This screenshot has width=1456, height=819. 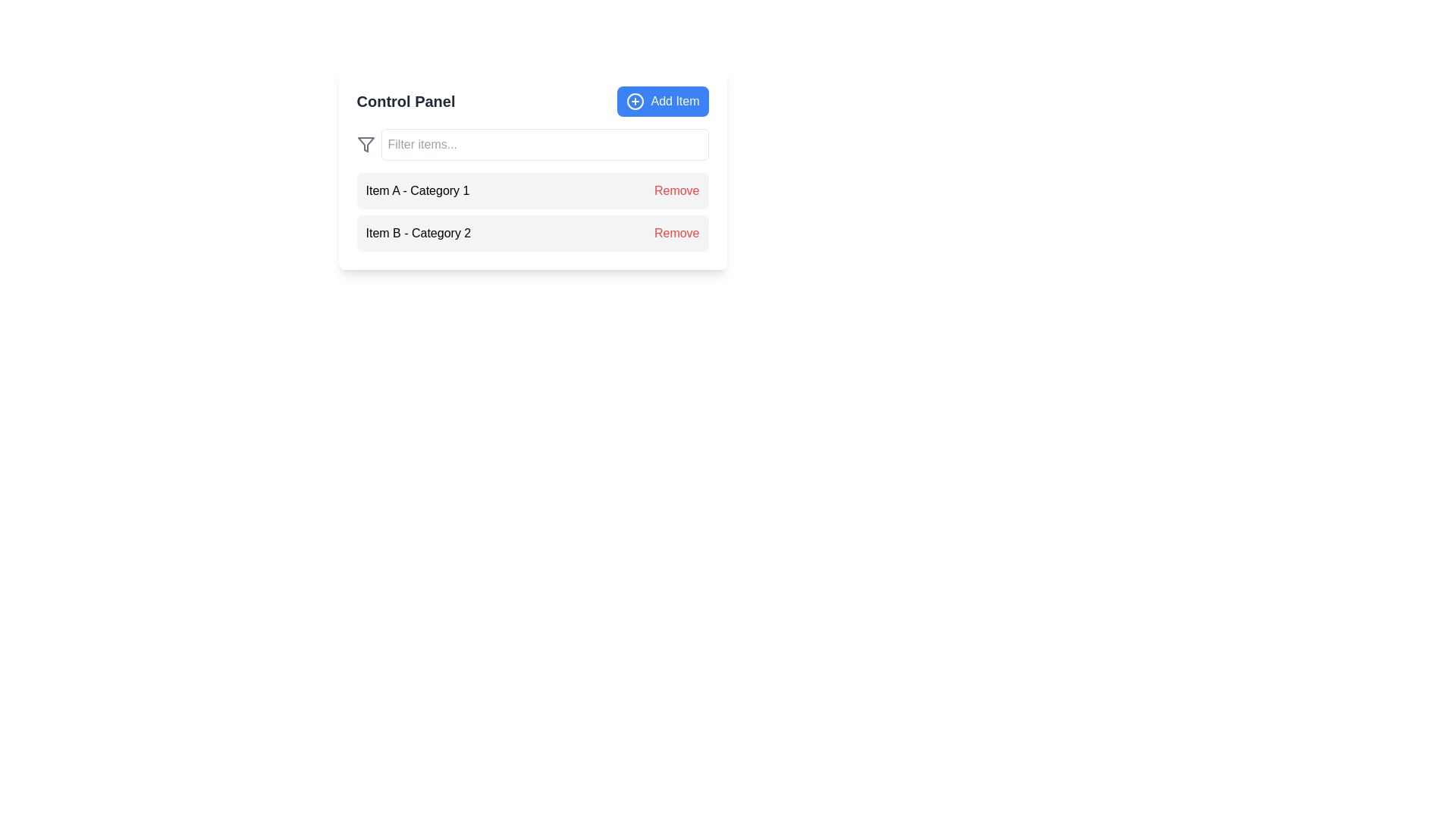 What do you see at coordinates (676, 234) in the screenshot?
I see `the 'Remove' button labeled in red, positioned within the 'Control Panel' below 'Item B - Category 2'` at bounding box center [676, 234].